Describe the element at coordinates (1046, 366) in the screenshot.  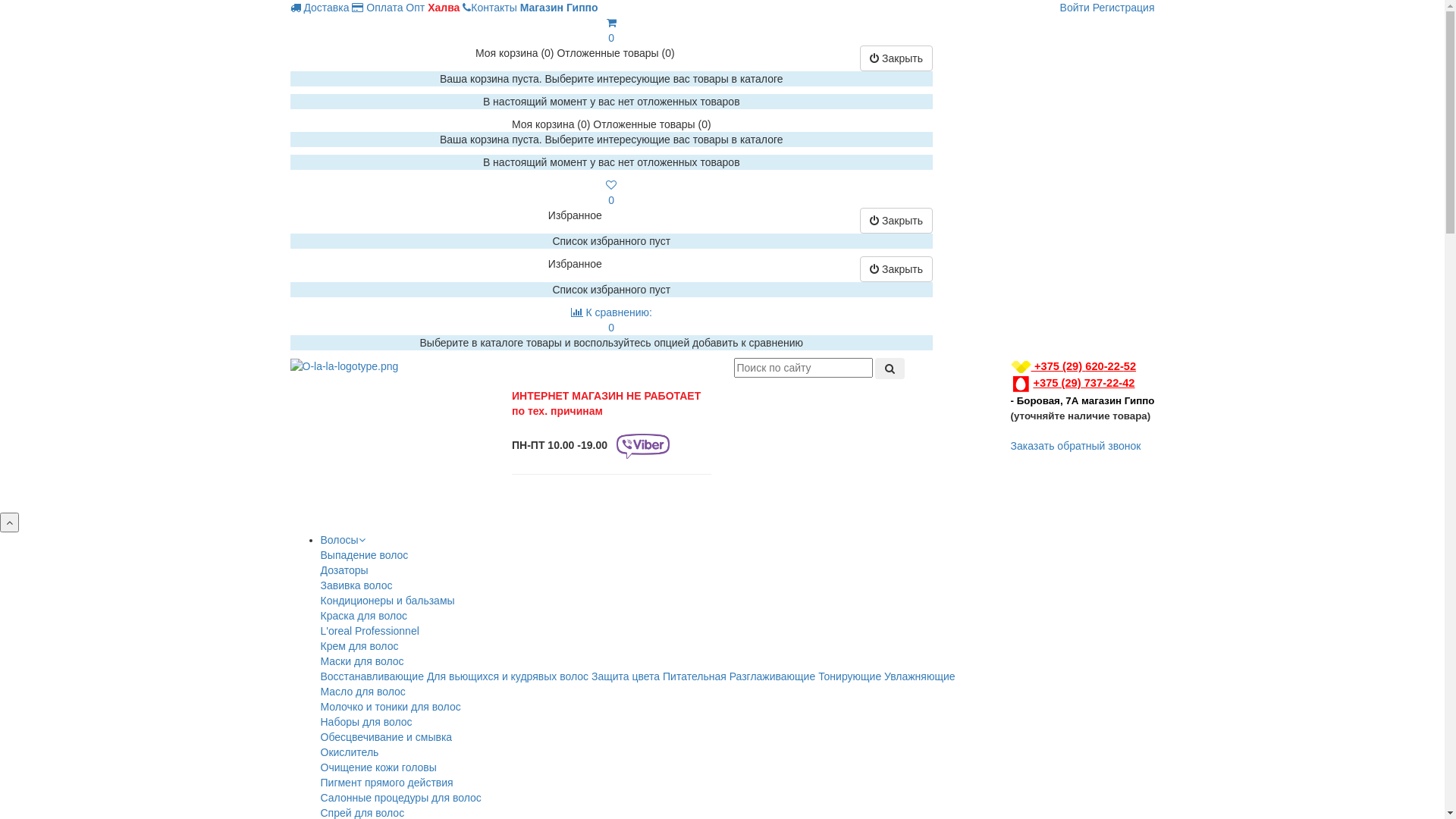
I see `'+375 (29)'` at that location.